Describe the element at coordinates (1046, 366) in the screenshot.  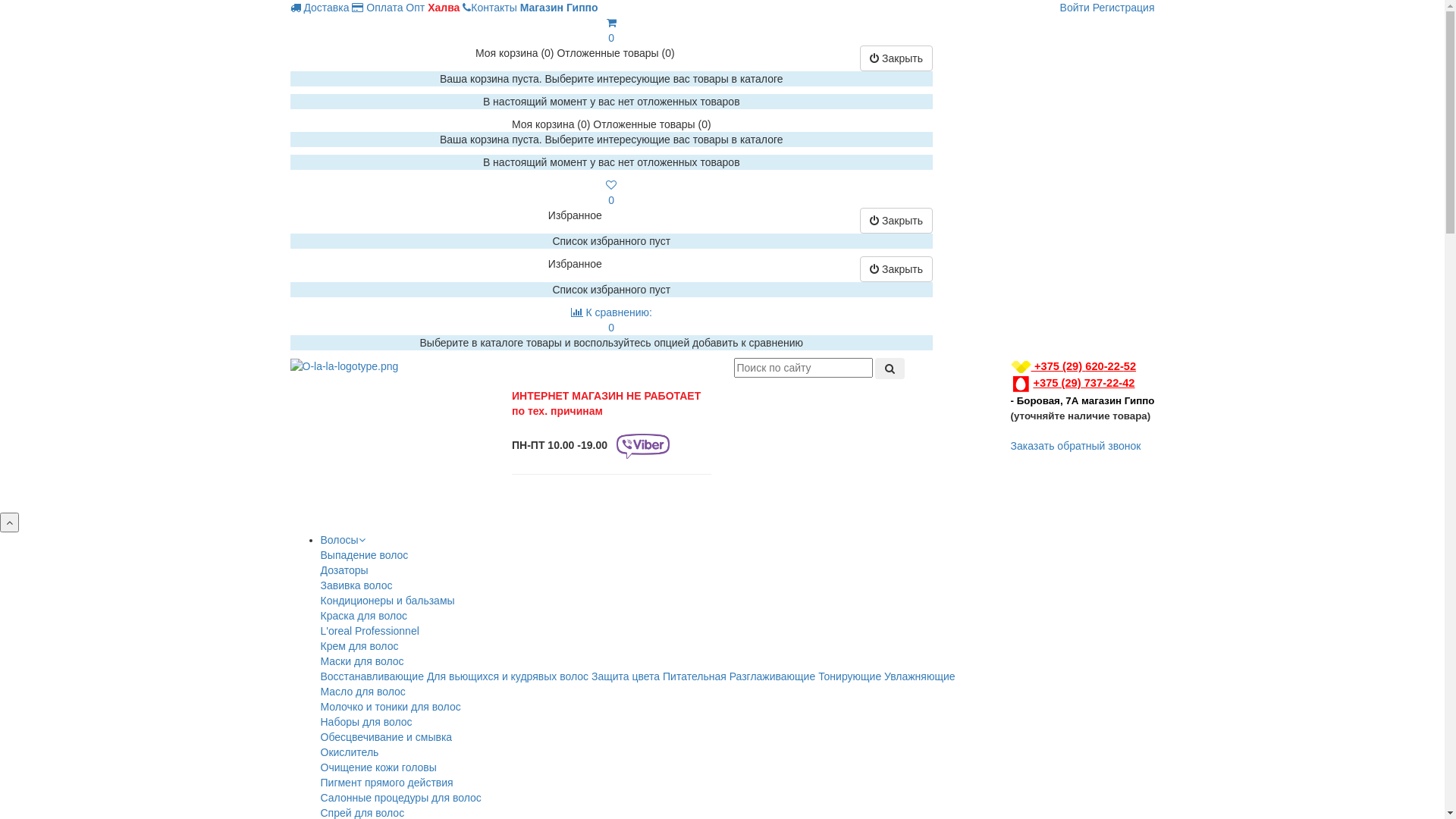
I see `'+375 (29)'` at that location.